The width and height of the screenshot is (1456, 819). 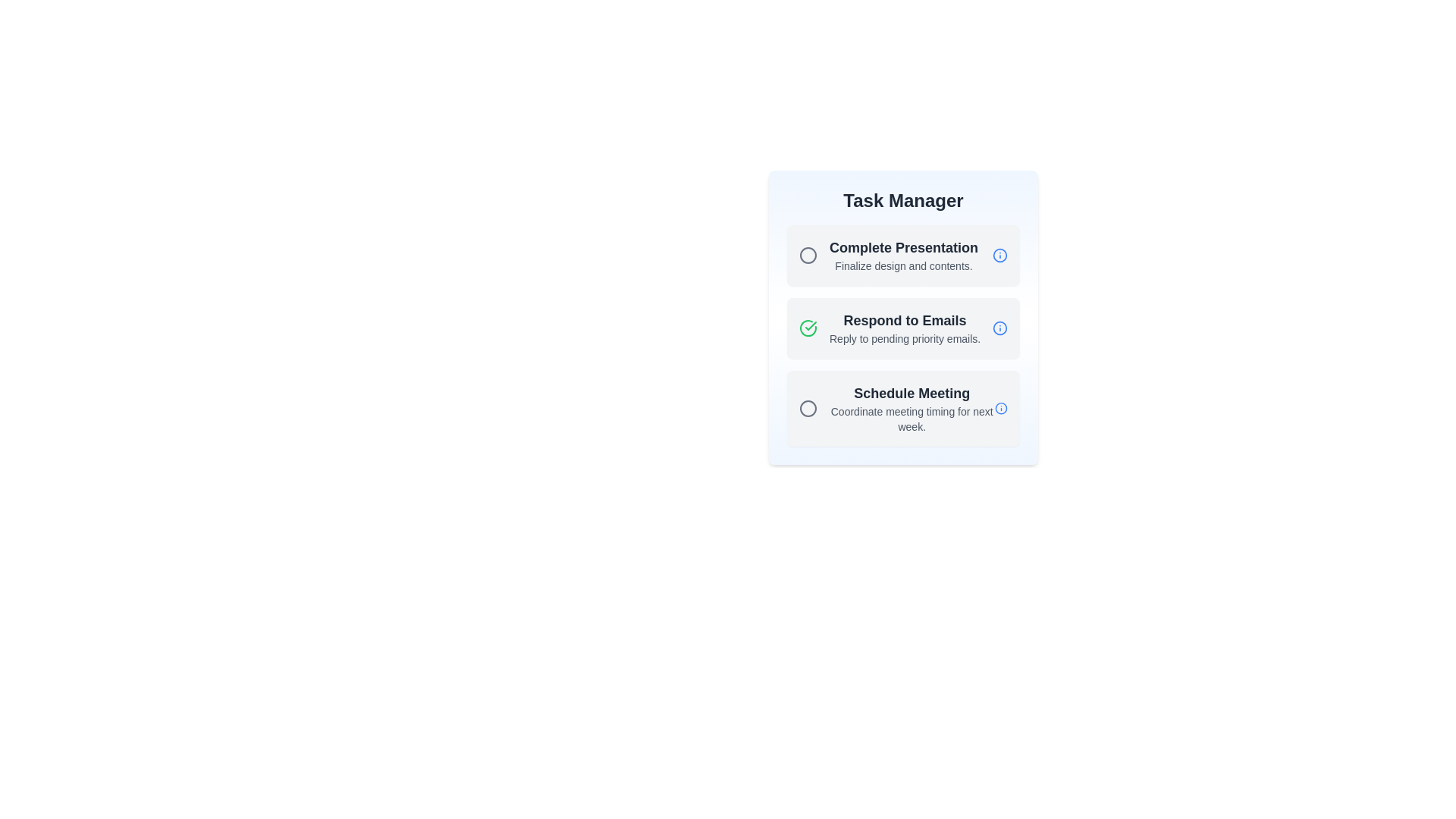 I want to click on the info icon next to the task titled 'Complete Presentation', so click(x=1000, y=254).